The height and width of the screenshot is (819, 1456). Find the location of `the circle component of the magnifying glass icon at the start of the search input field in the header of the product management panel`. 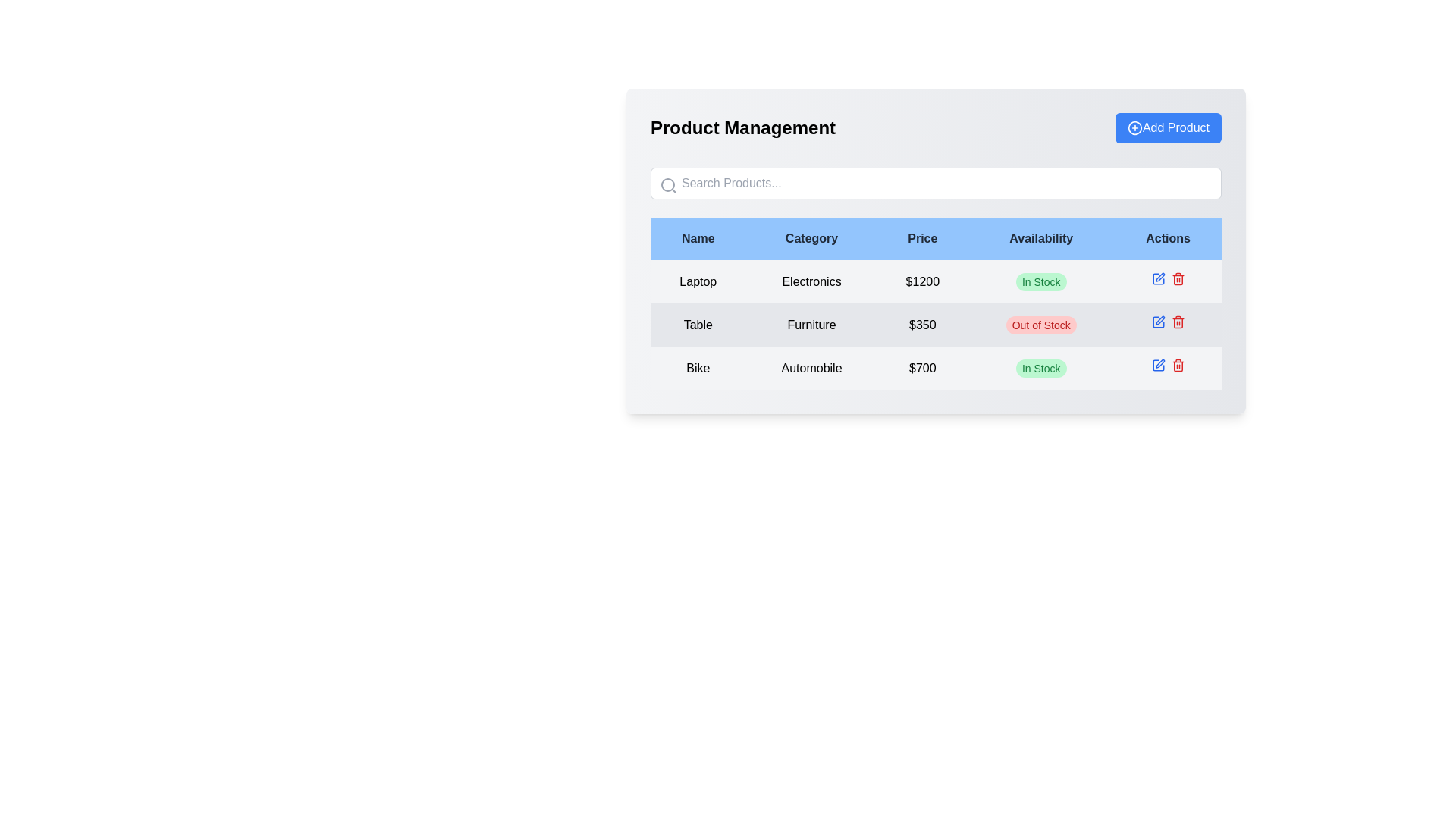

the circle component of the magnifying glass icon at the start of the search input field in the header of the product management panel is located at coordinates (667, 184).